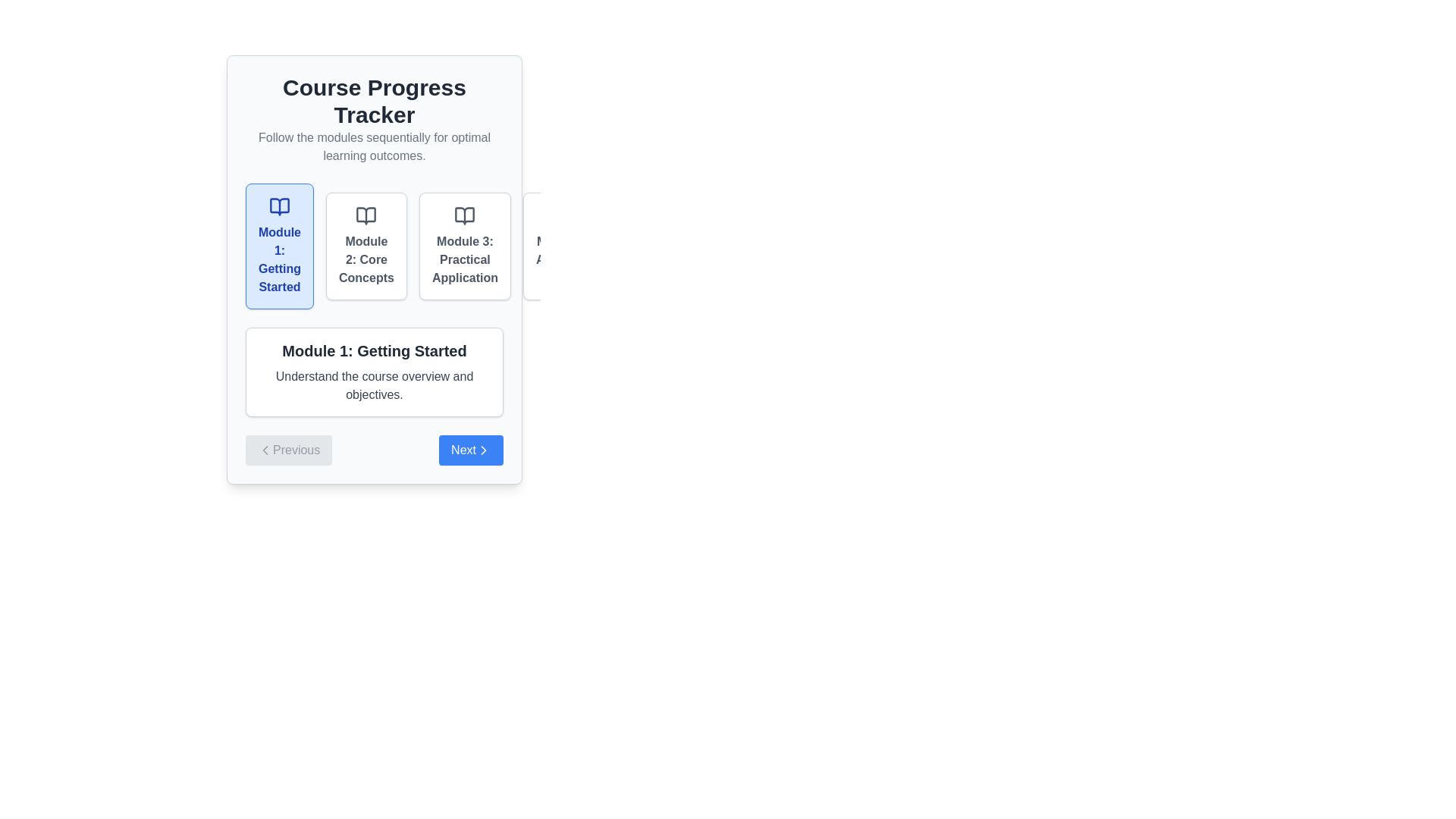  Describe the element at coordinates (366, 245) in the screenshot. I see `the 'Module 2: Core Concepts' button-like card in the Course Progress Tracker` at that location.